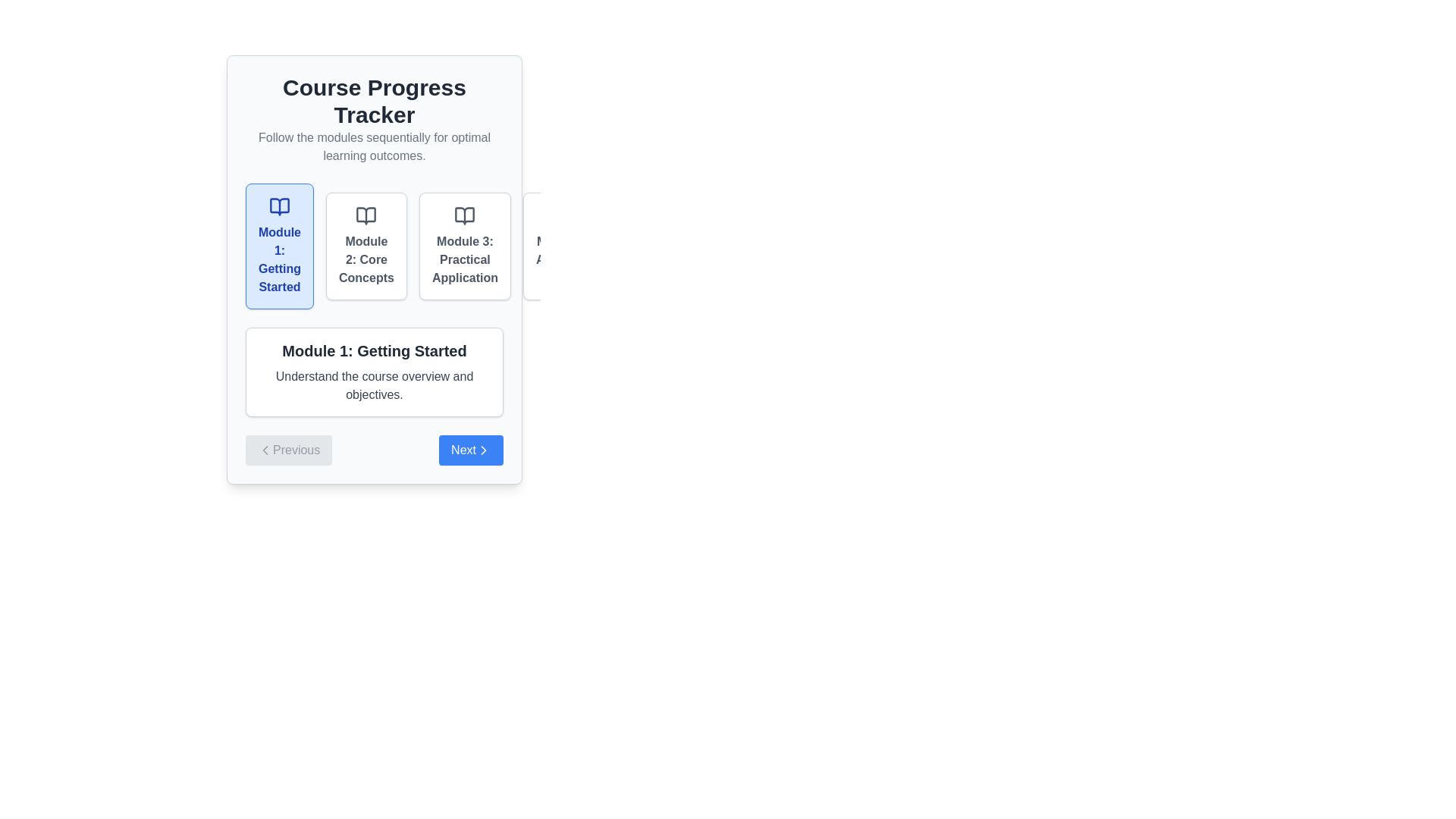  Describe the element at coordinates (366, 245) in the screenshot. I see `the 'Module 2: Core Concepts' button-like card in the Course Progress Tracker` at that location.